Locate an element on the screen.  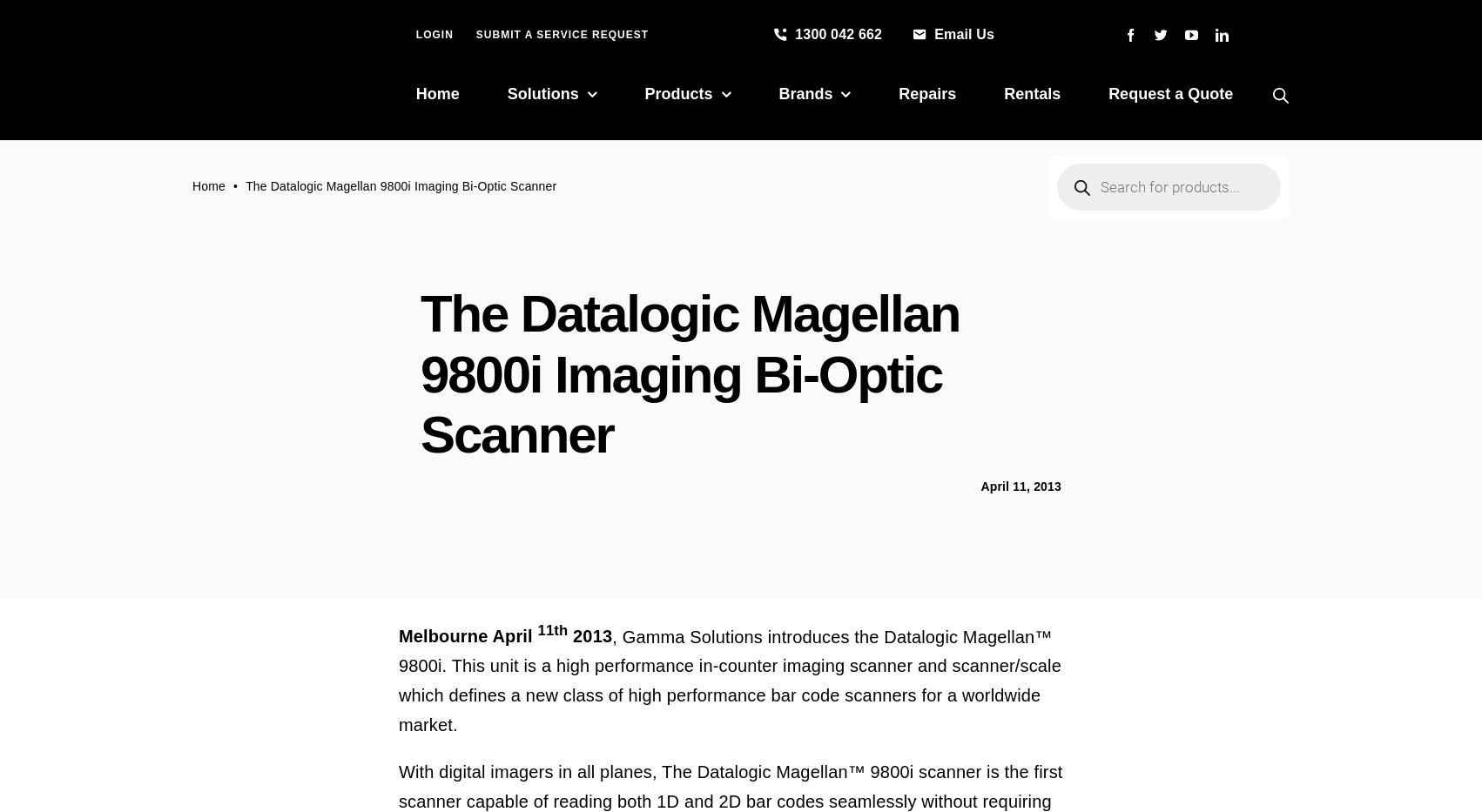
'Barcode Scanners' is located at coordinates (713, 254).